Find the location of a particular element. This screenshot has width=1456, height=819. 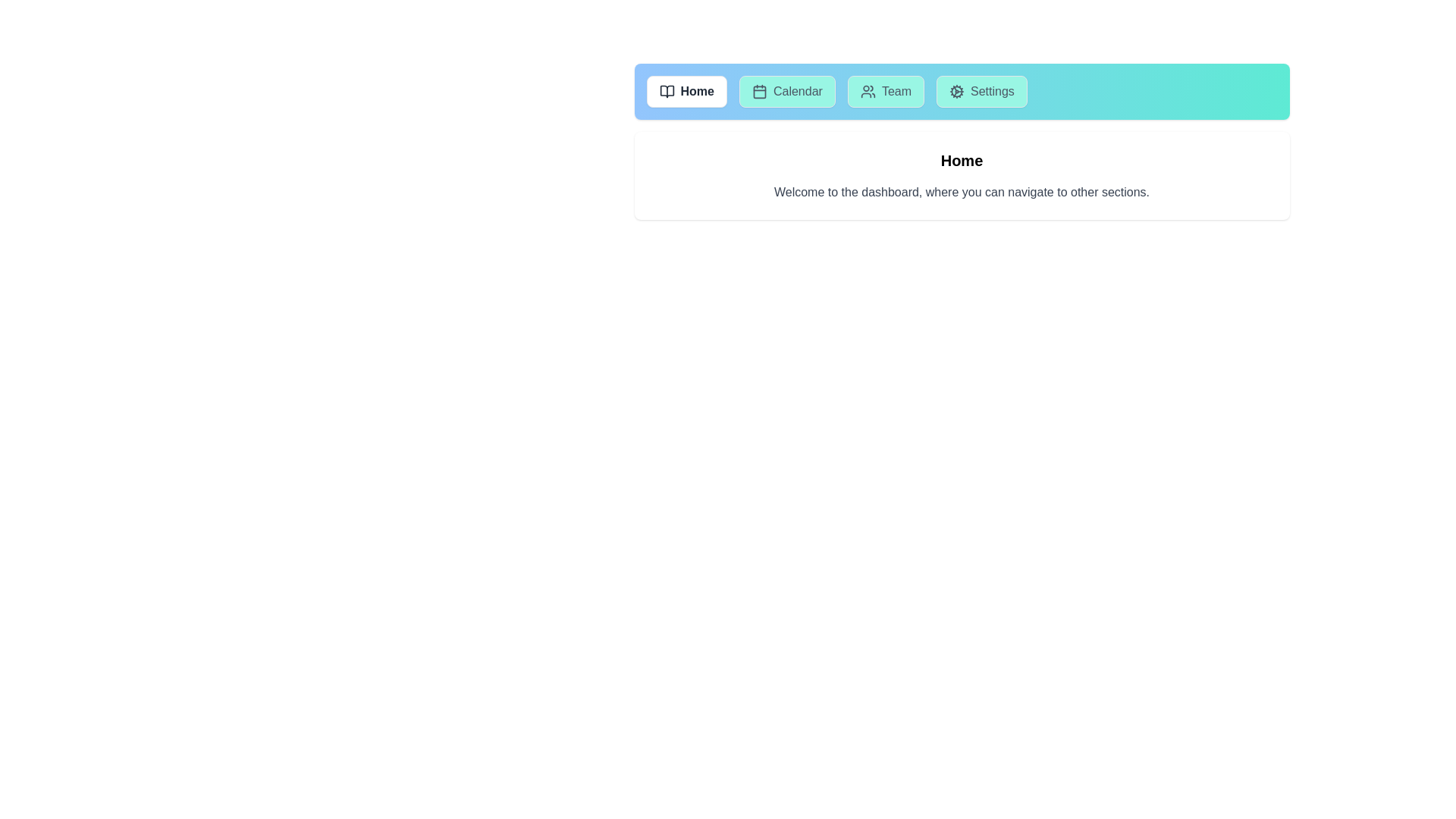

the tab labeled Calendar is located at coordinates (786, 91).